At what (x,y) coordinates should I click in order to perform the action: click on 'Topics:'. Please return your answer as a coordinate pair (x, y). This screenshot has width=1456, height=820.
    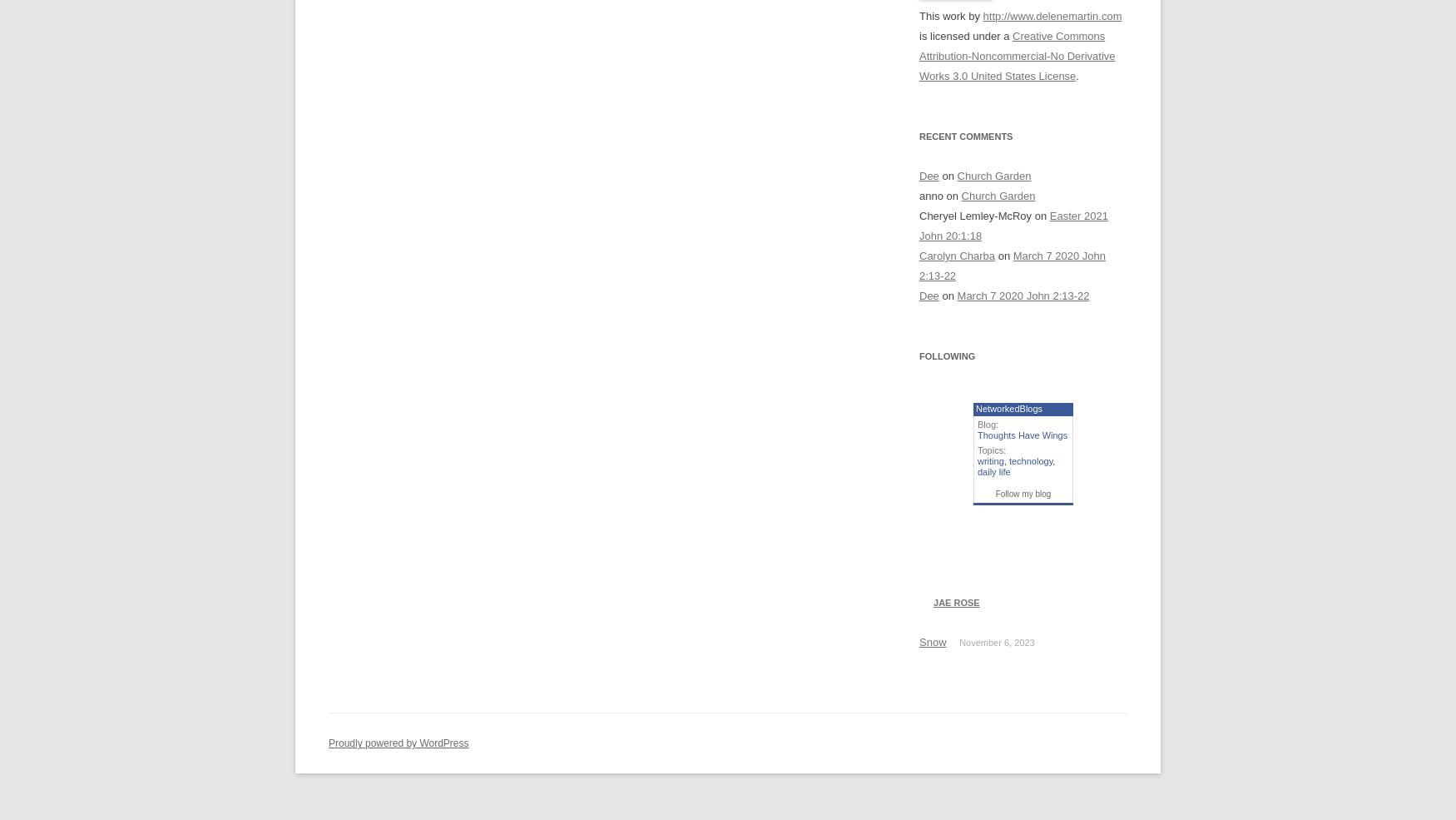
    Looking at the image, I should click on (991, 450).